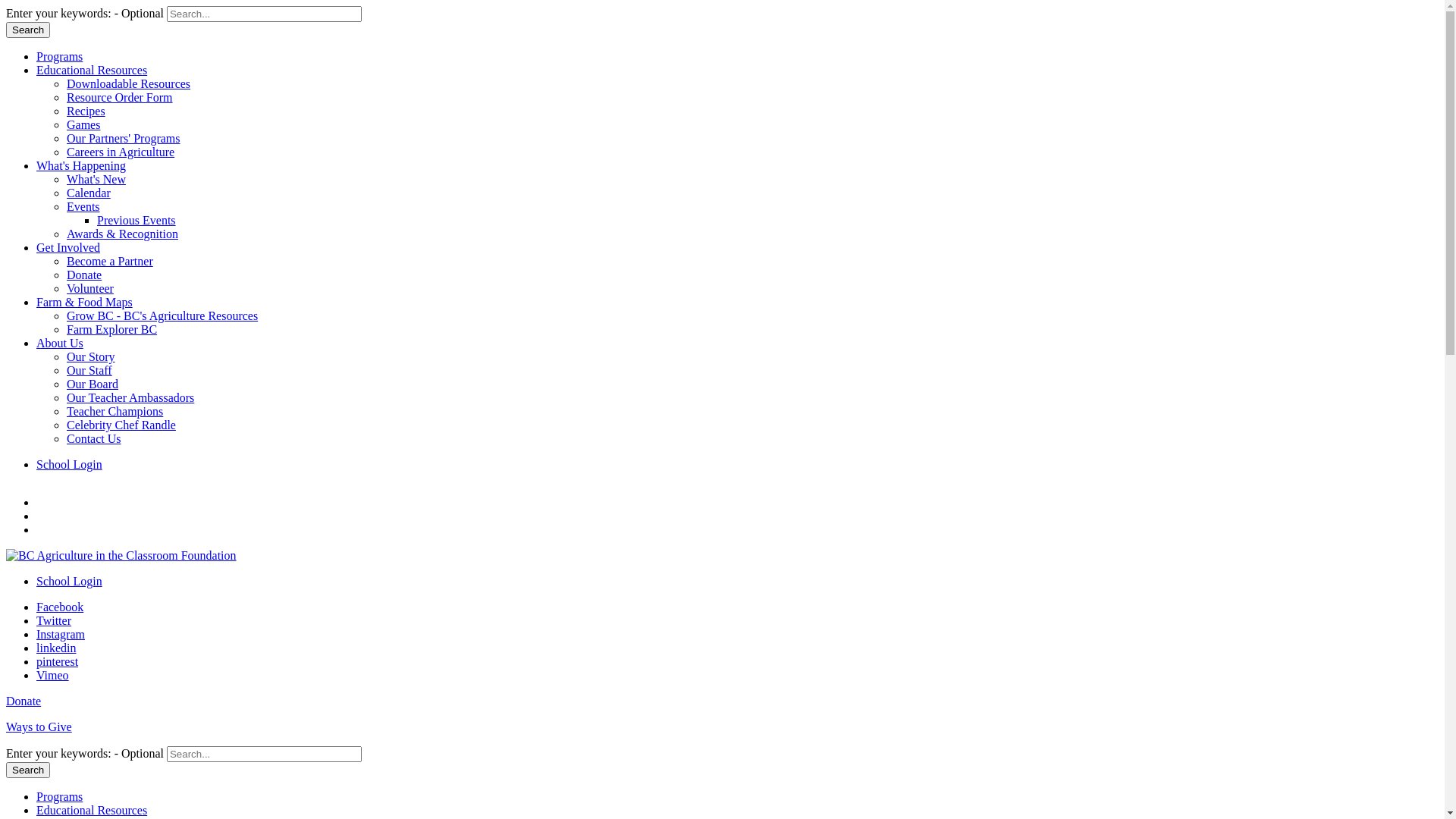 This screenshot has width=1456, height=819. Describe the element at coordinates (721, 719) in the screenshot. I see `'Donate` at that location.